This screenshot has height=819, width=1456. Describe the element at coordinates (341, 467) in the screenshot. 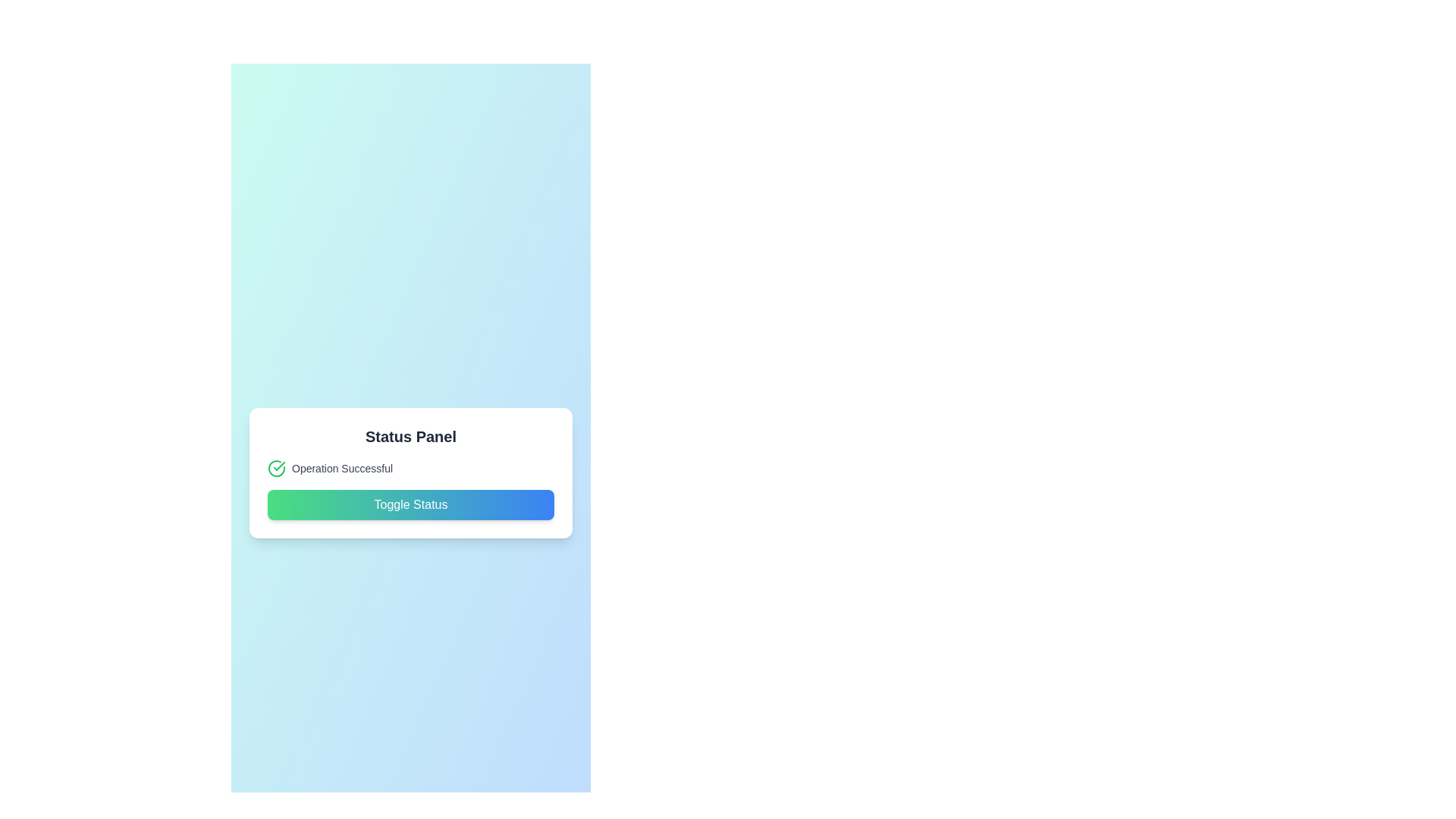

I see `the static text label conveying a successful operation message, located in the 'Status Panel' card, aligned with a green check-circle icon and above a 'Toggle Status' button` at that location.